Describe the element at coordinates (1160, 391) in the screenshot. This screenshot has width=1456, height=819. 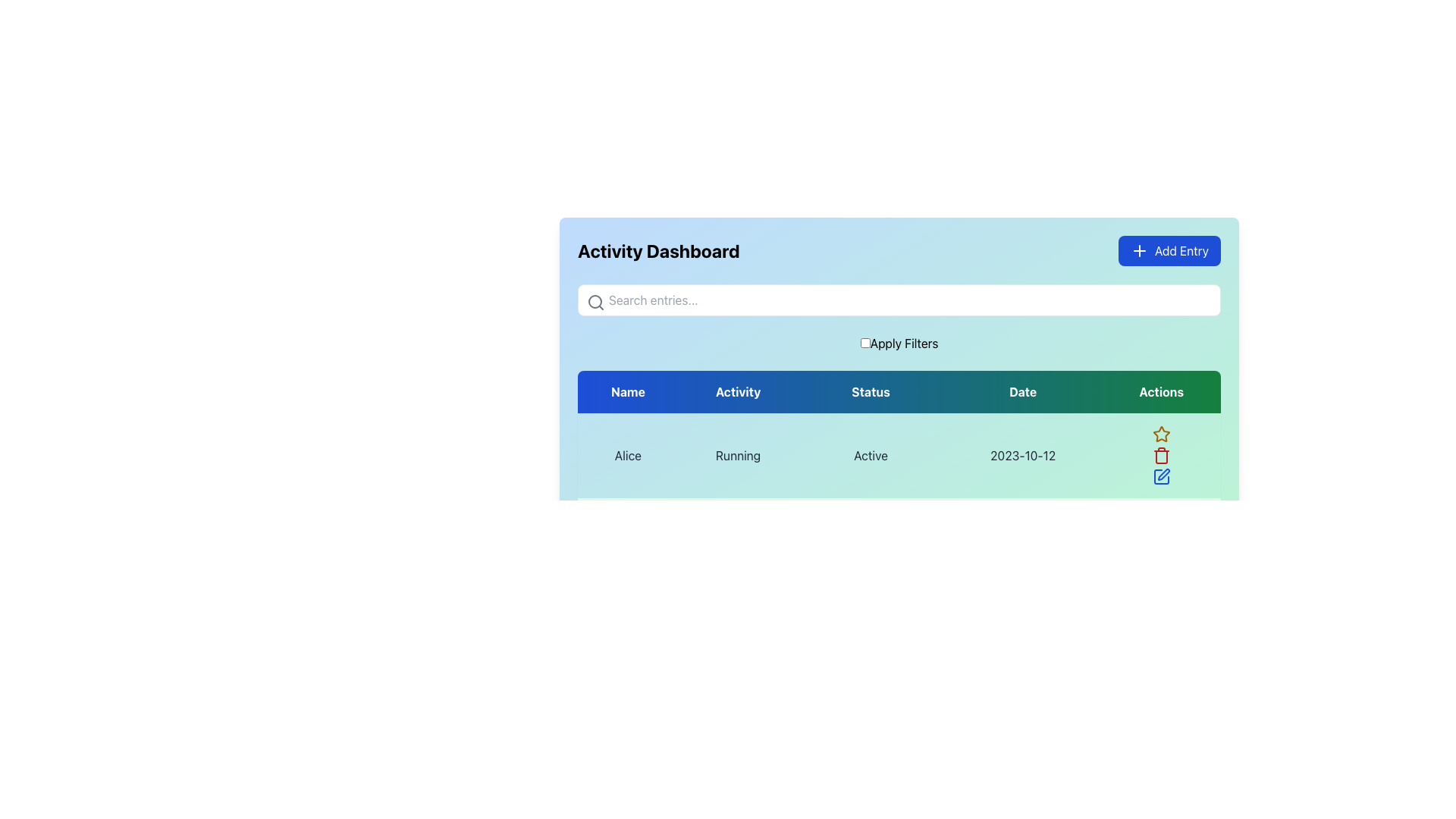
I see `the text label in the table header row, which is the last element indicating action-related functionalities for the items below, located to the right of the 'Date' header` at that location.